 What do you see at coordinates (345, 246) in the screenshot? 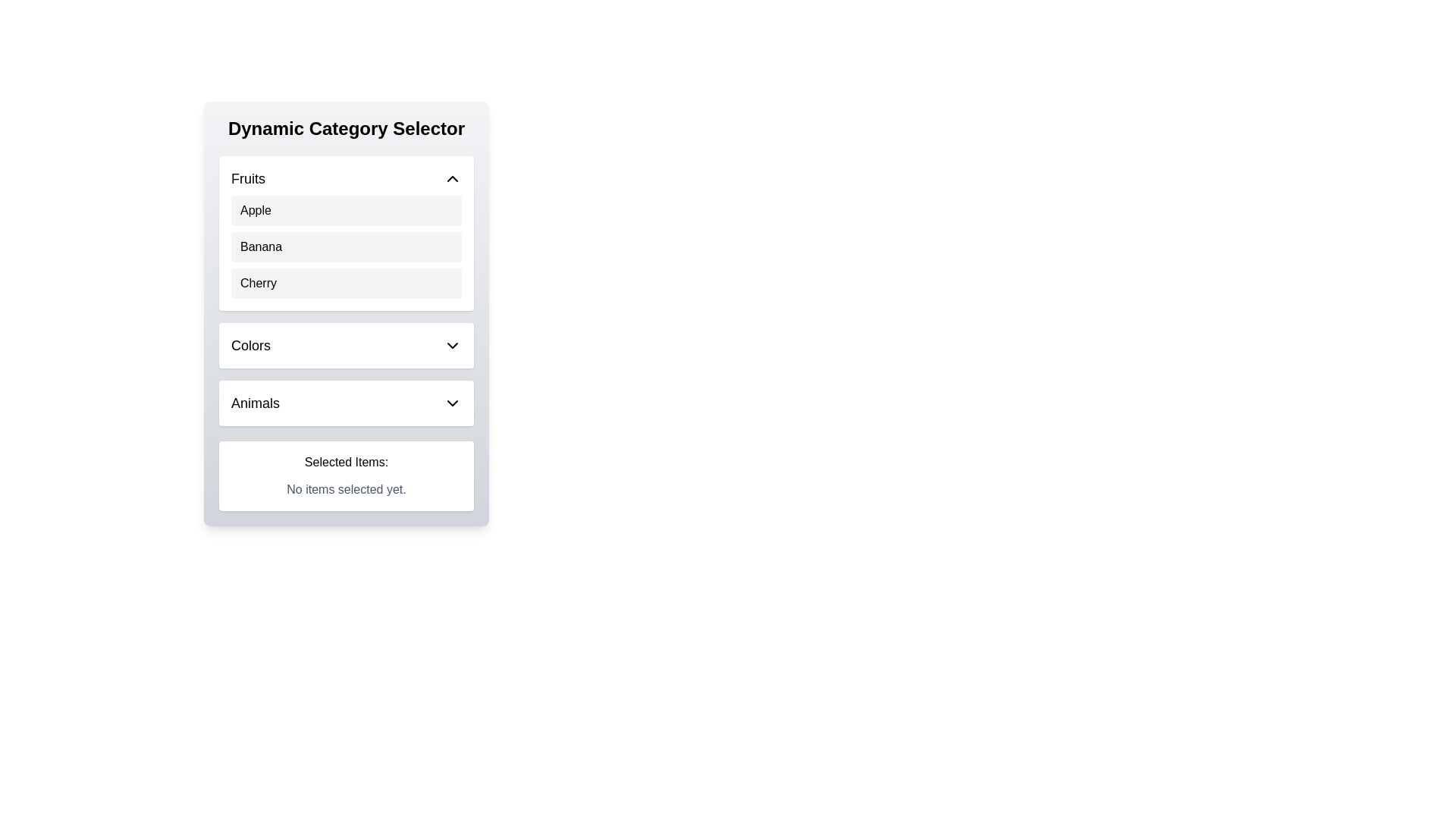
I see `the second item in the dropdown list, which is a light gray rectangular block labeled 'Banana'` at bounding box center [345, 246].